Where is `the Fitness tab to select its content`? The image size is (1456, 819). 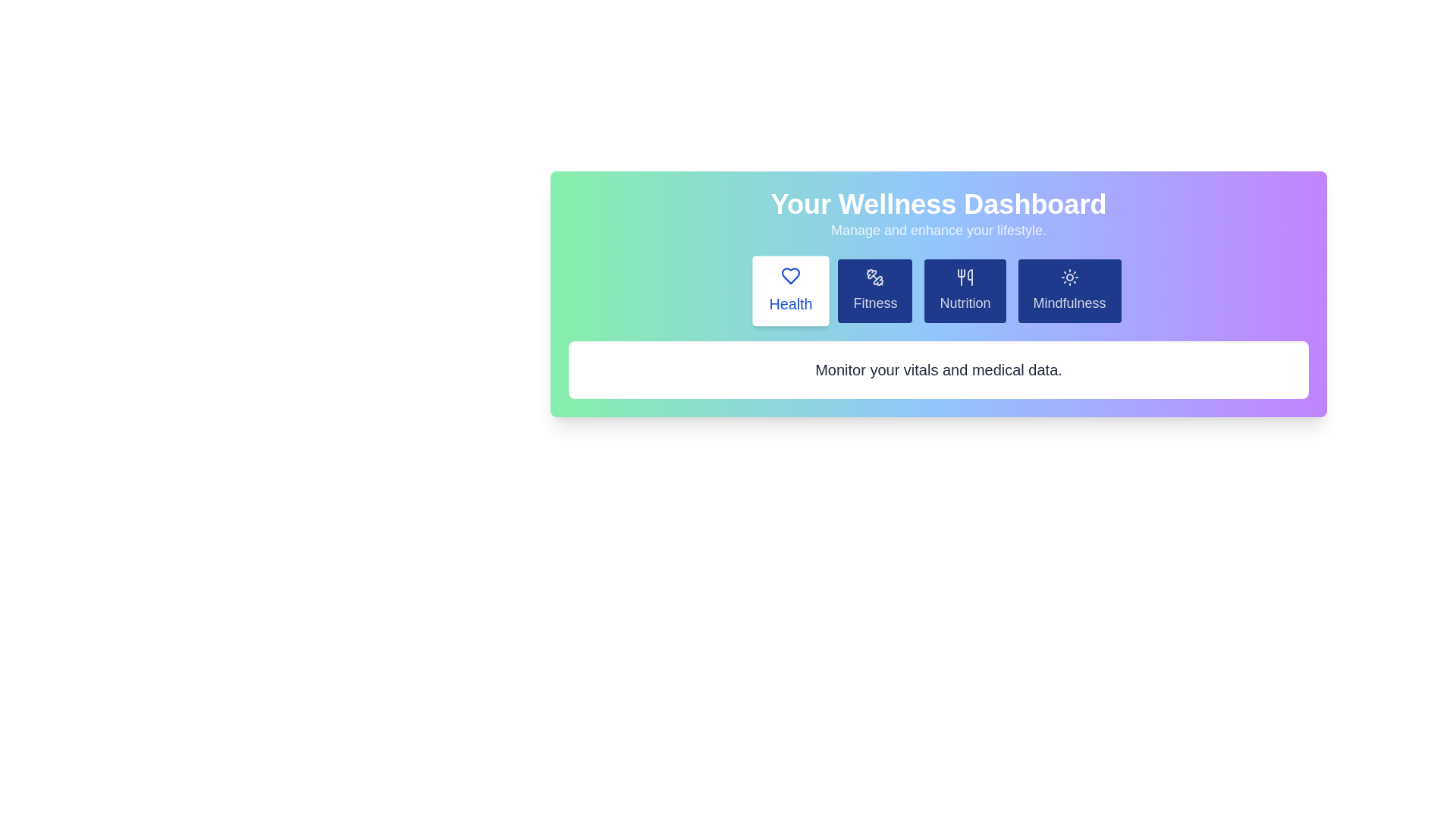
the Fitness tab to select its content is located at coordinates (875, 291).